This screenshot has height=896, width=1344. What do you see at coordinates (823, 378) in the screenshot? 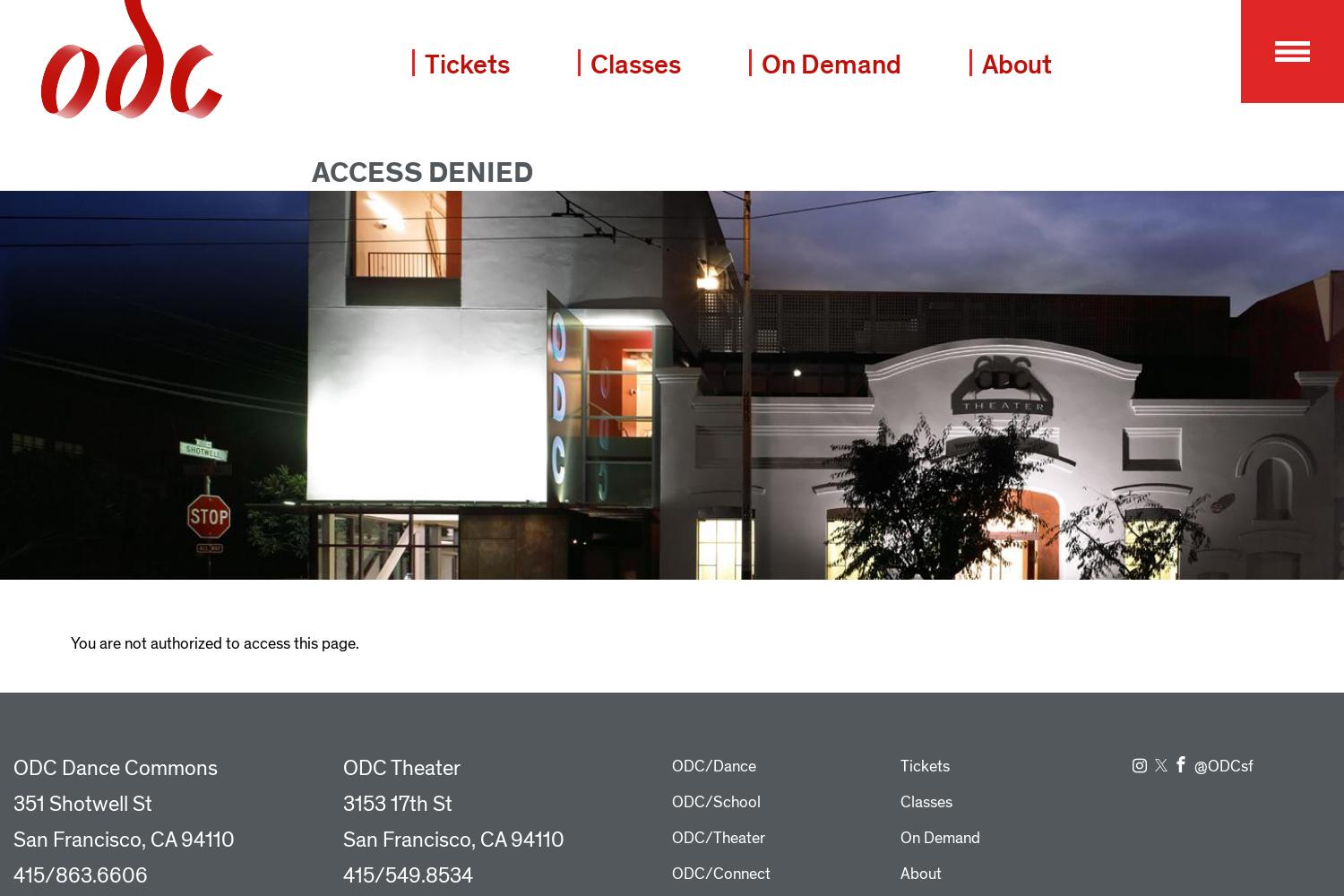
I see `'Queer and BIPOC Space Residency Initiative'` at bounding box center [823, 378].